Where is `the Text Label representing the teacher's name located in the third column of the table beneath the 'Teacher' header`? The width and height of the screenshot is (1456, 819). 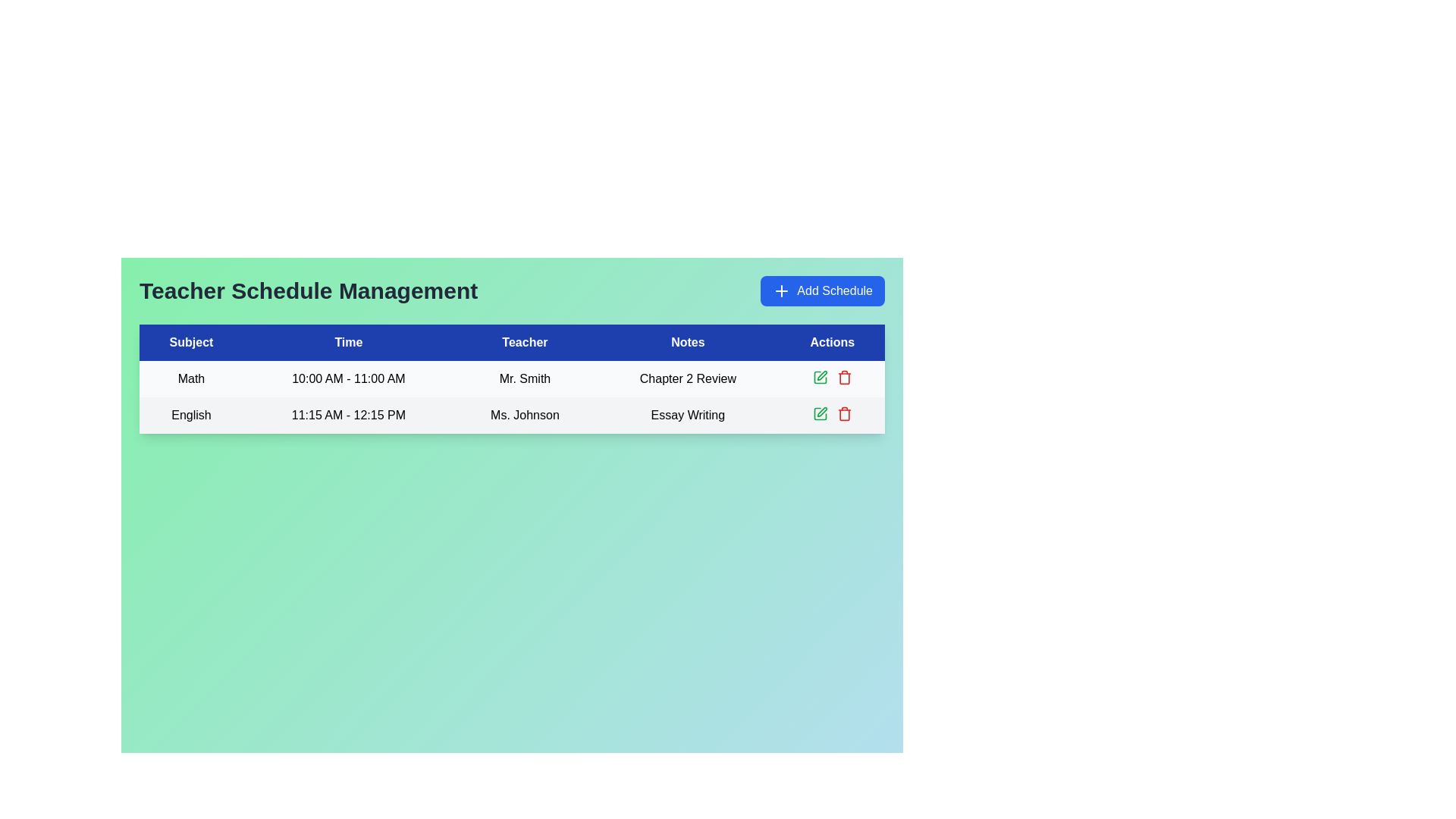 the Text Label representing the teacher's name located in the third column of the table beneath the 'Teacher' header is located at coordinates (525, 378).